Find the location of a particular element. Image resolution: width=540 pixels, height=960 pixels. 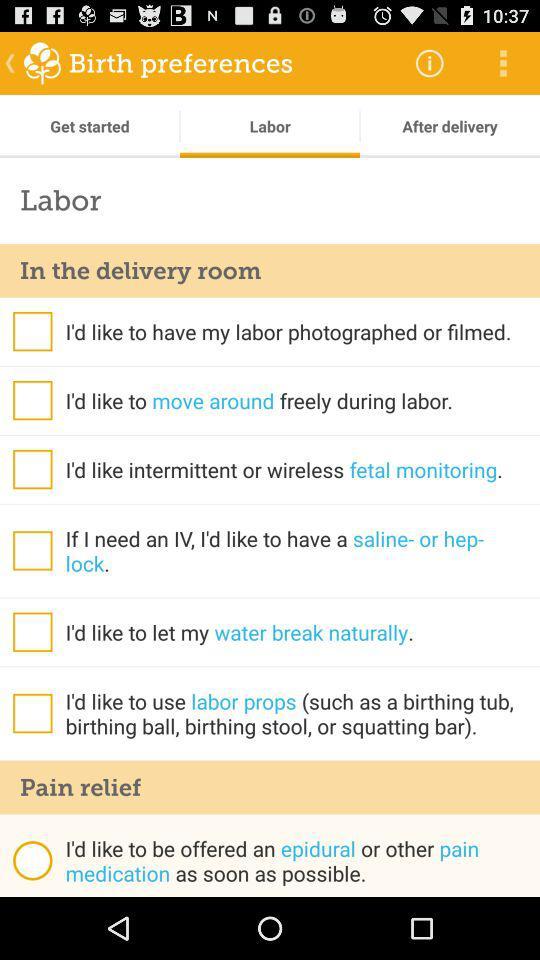

option is located at coordinates (31, 399).